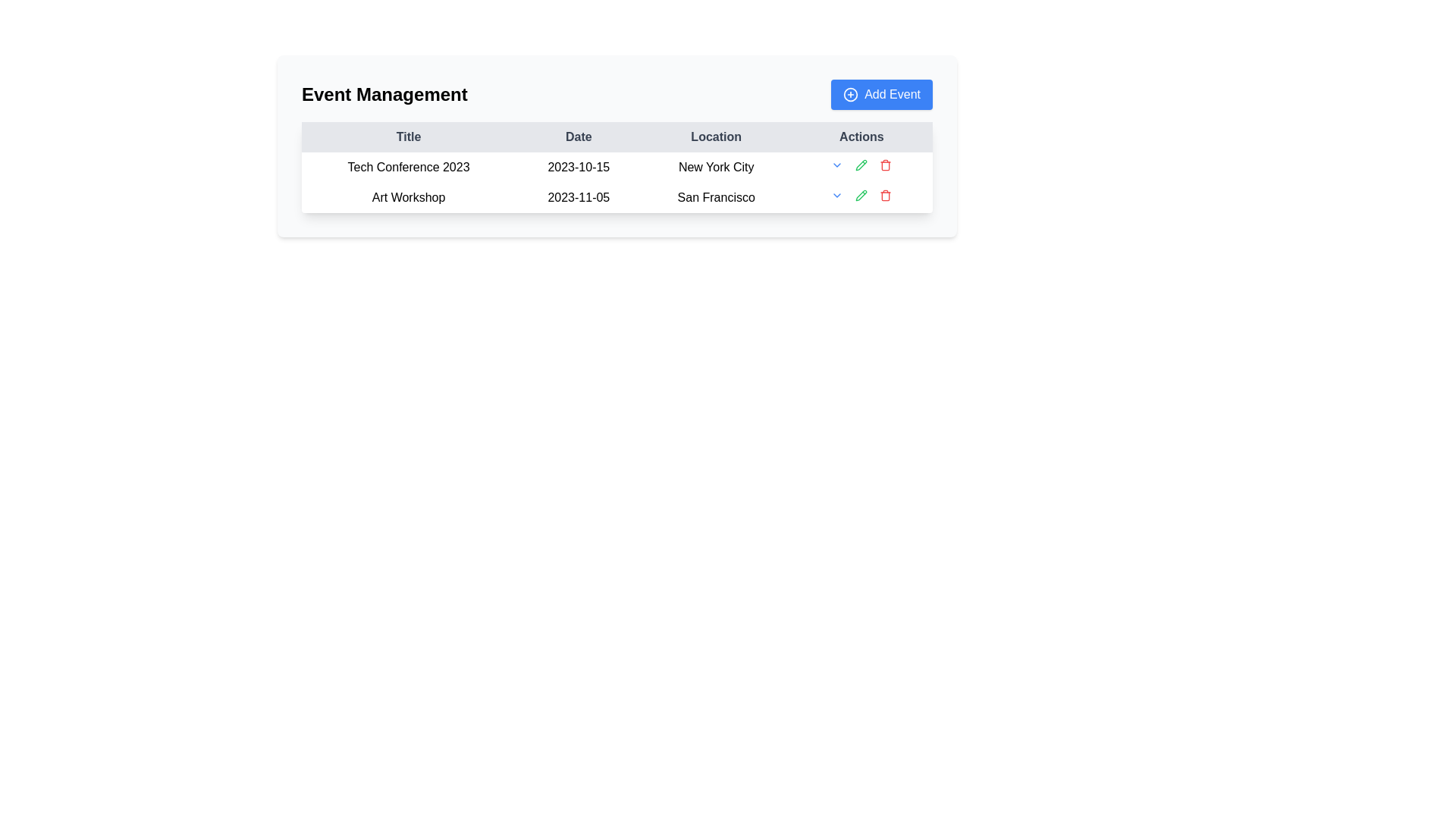  What do you see at coordinates (409, 197) in the screenshot?
I see `the Text Label that displays the title of the event in the second row of the 'Title' column in the data table` at bounding box center [409, 197].